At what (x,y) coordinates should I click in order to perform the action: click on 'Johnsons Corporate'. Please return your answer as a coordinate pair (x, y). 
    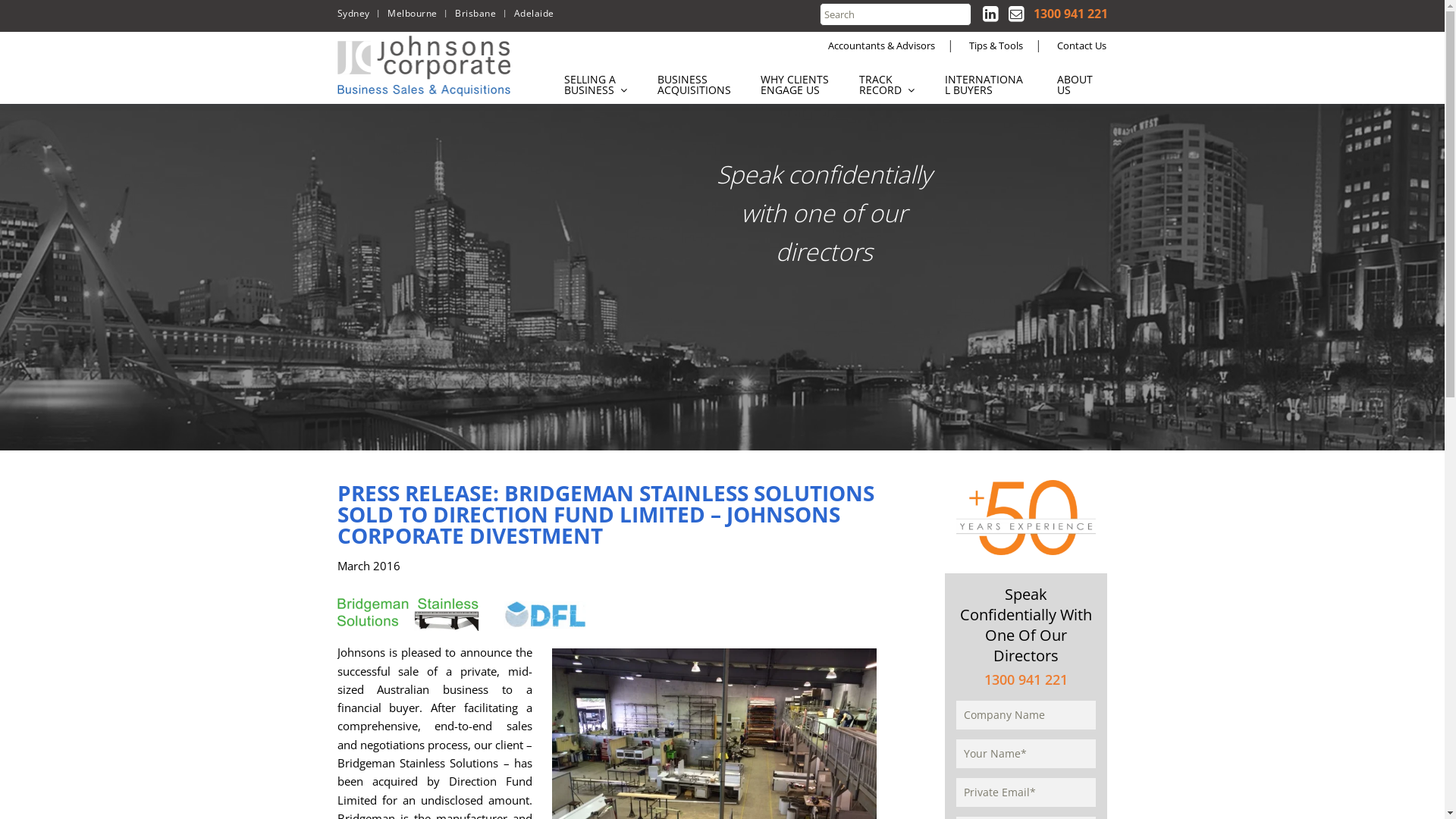
    Looking at the image, I should click on (425, 65).